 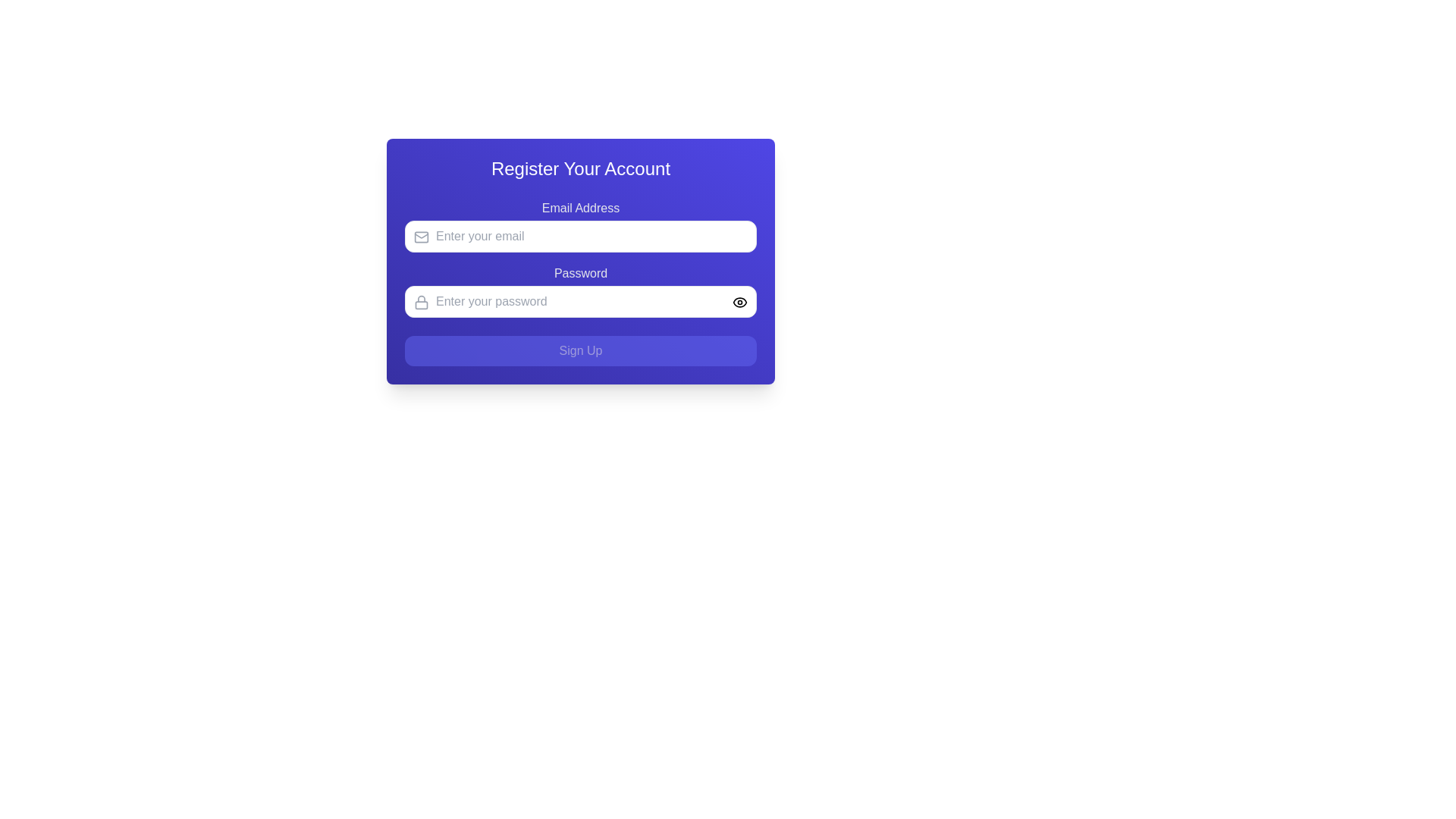 I want to click on the input field for entering an email address, which is positioned below the 'Register Your Account' title and above the 'Password' field, so click(x=580, y=225).